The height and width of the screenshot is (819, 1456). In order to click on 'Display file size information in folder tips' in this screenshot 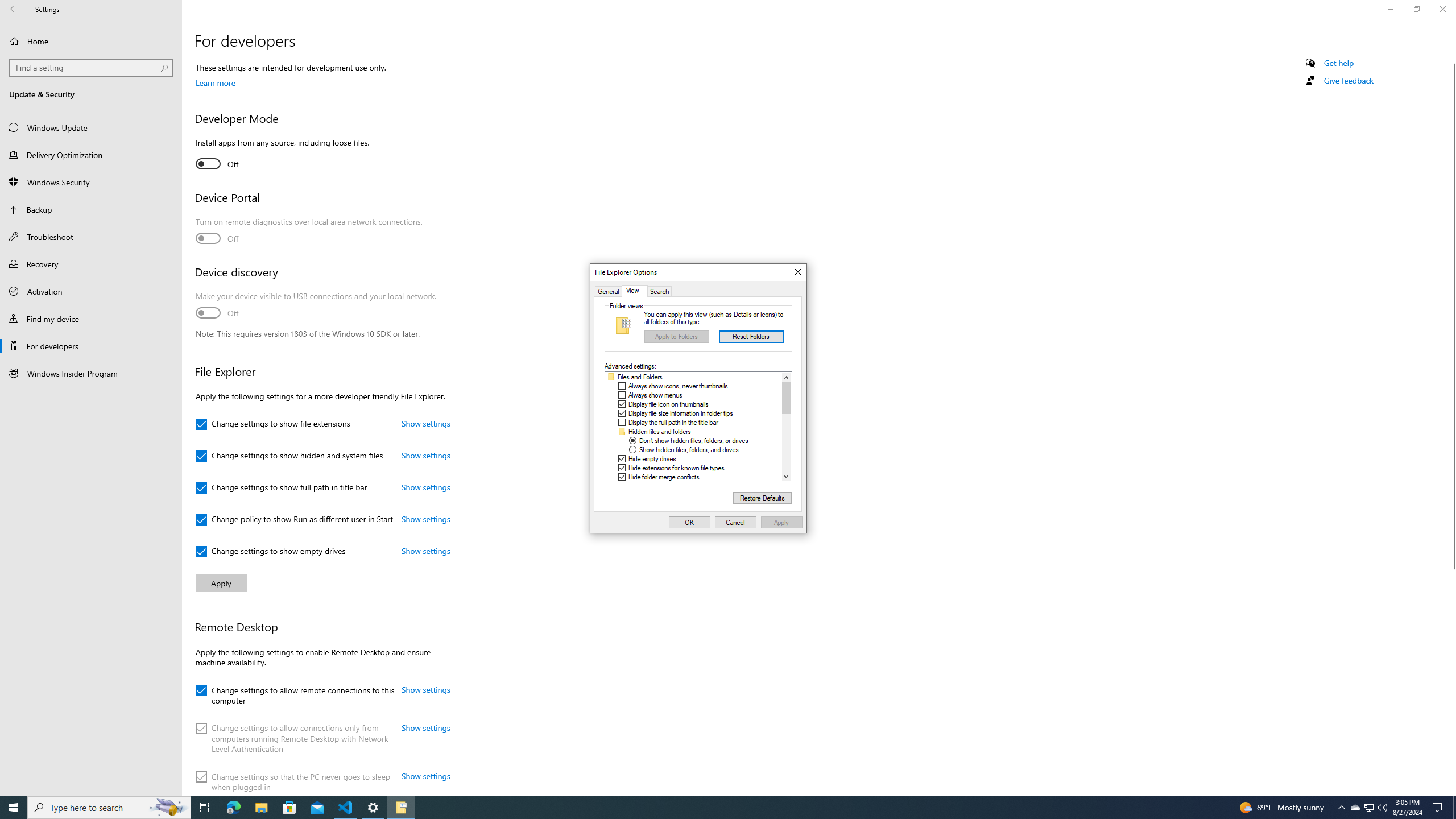, I will do `click(680, 412)`.